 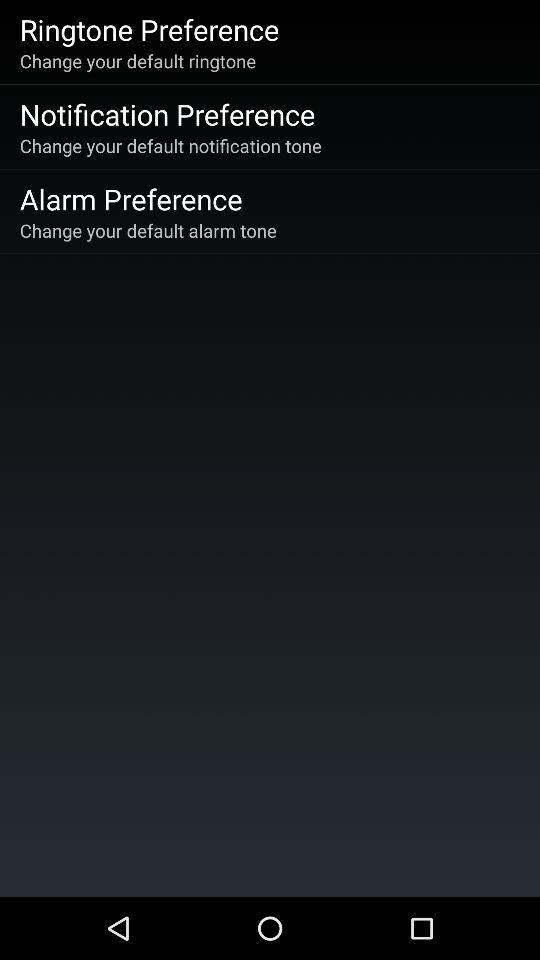 What do you see at coordinates (166, 114) in the screenshot?
I see `the notification preference app` at bounding box center [166, 114].